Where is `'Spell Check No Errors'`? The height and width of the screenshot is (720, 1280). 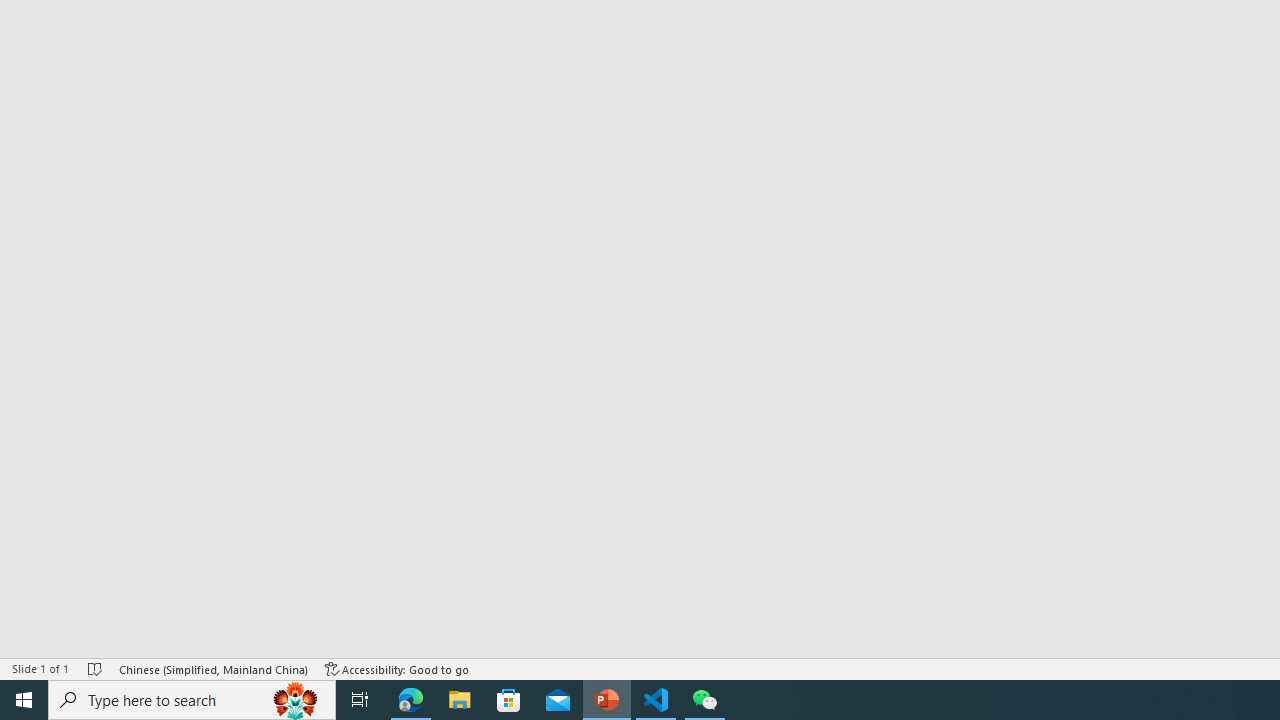
'Spell Check No Errors' is located at coordinates (95, 669).